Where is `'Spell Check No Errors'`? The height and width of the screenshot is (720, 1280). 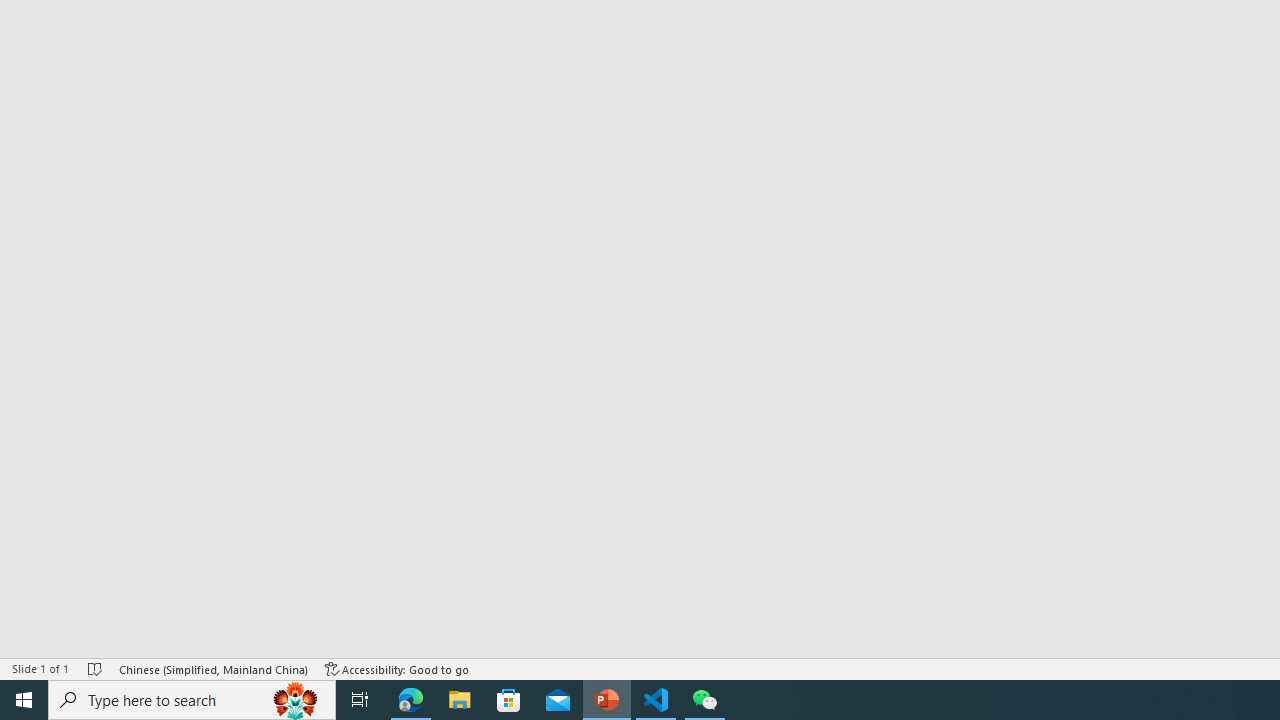
'Spell Check No Errors' is located at coordinates (95, 669).